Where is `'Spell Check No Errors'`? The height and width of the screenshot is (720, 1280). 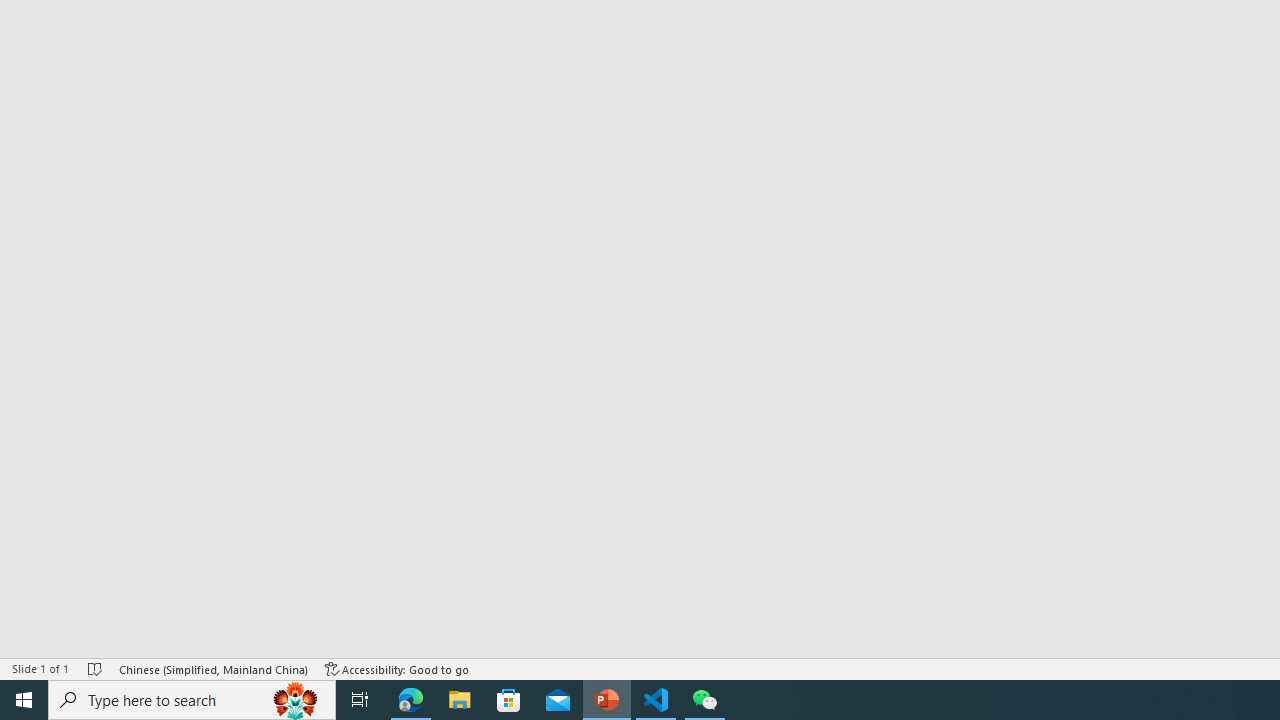
'Spell Check No Errors' is located at coordinates (95, 669).